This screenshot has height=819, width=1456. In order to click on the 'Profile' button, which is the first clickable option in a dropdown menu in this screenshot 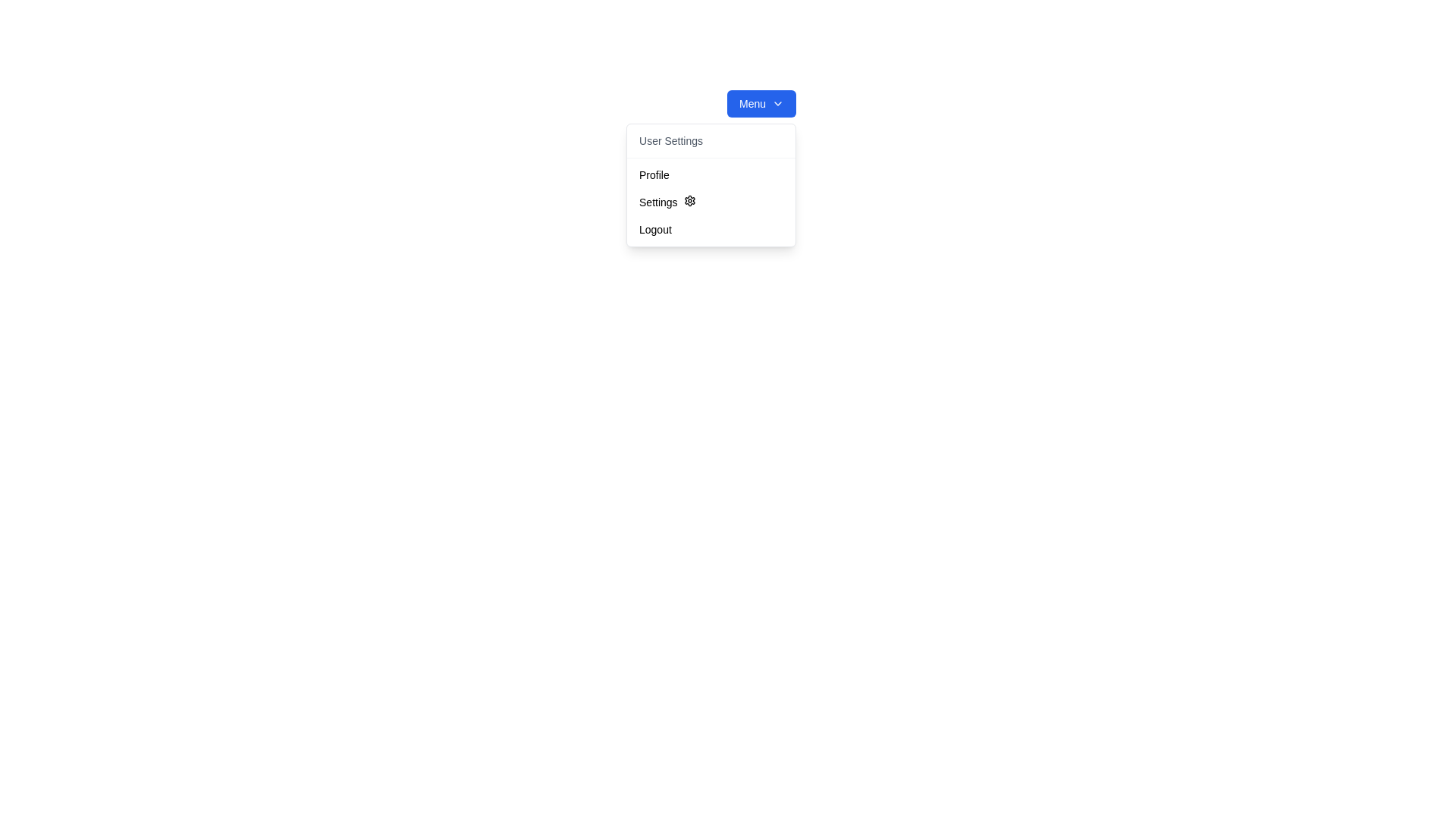, I will do `click(711, 174)`.